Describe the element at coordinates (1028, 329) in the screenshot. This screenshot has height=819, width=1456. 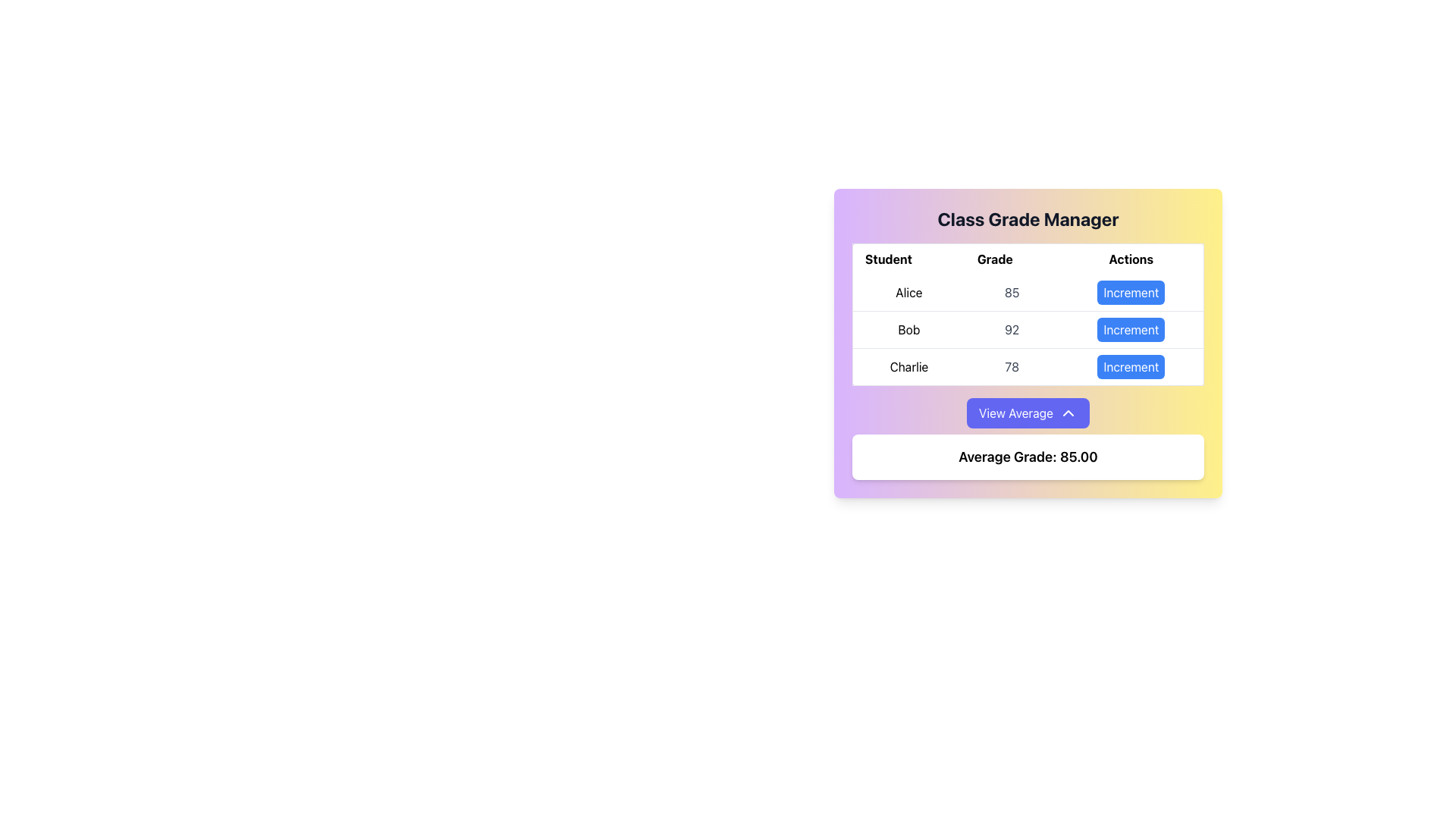
I see `the second row of the table that contains the name 'Bob', grade '92', and a blue button labeled 'Increment' for additional options` at that location.